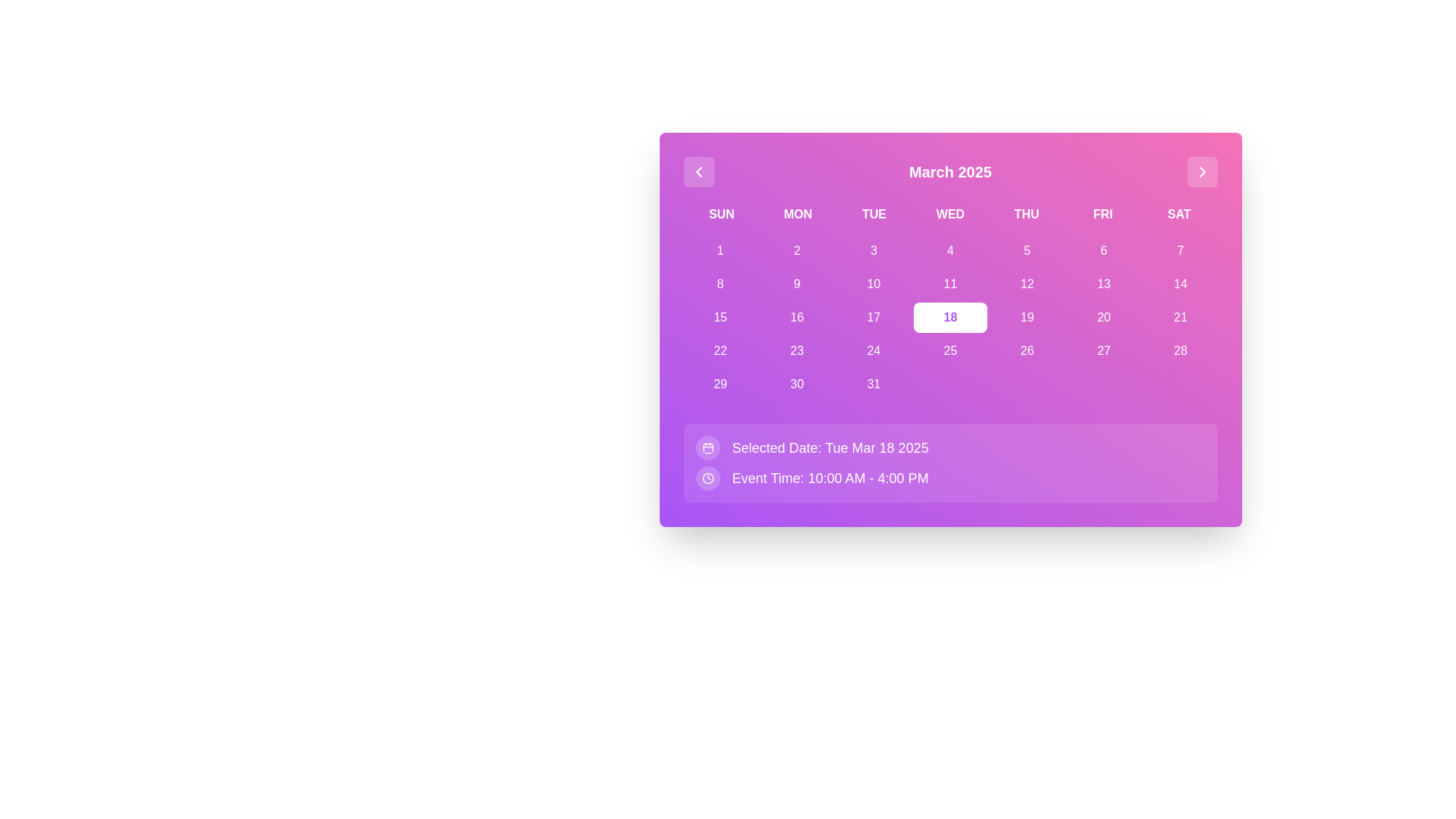 The width and height of the screenshot is (1456, 819). What do you see at coordinates (707, 479) in the screenshot?
I see `the filled circle decorative graphic element within the clock icon located in the lower section of the calendar interface, just above the 'Event Time: 10:00 AM - 4:00 PM' text` at bounding box center [707, 479].